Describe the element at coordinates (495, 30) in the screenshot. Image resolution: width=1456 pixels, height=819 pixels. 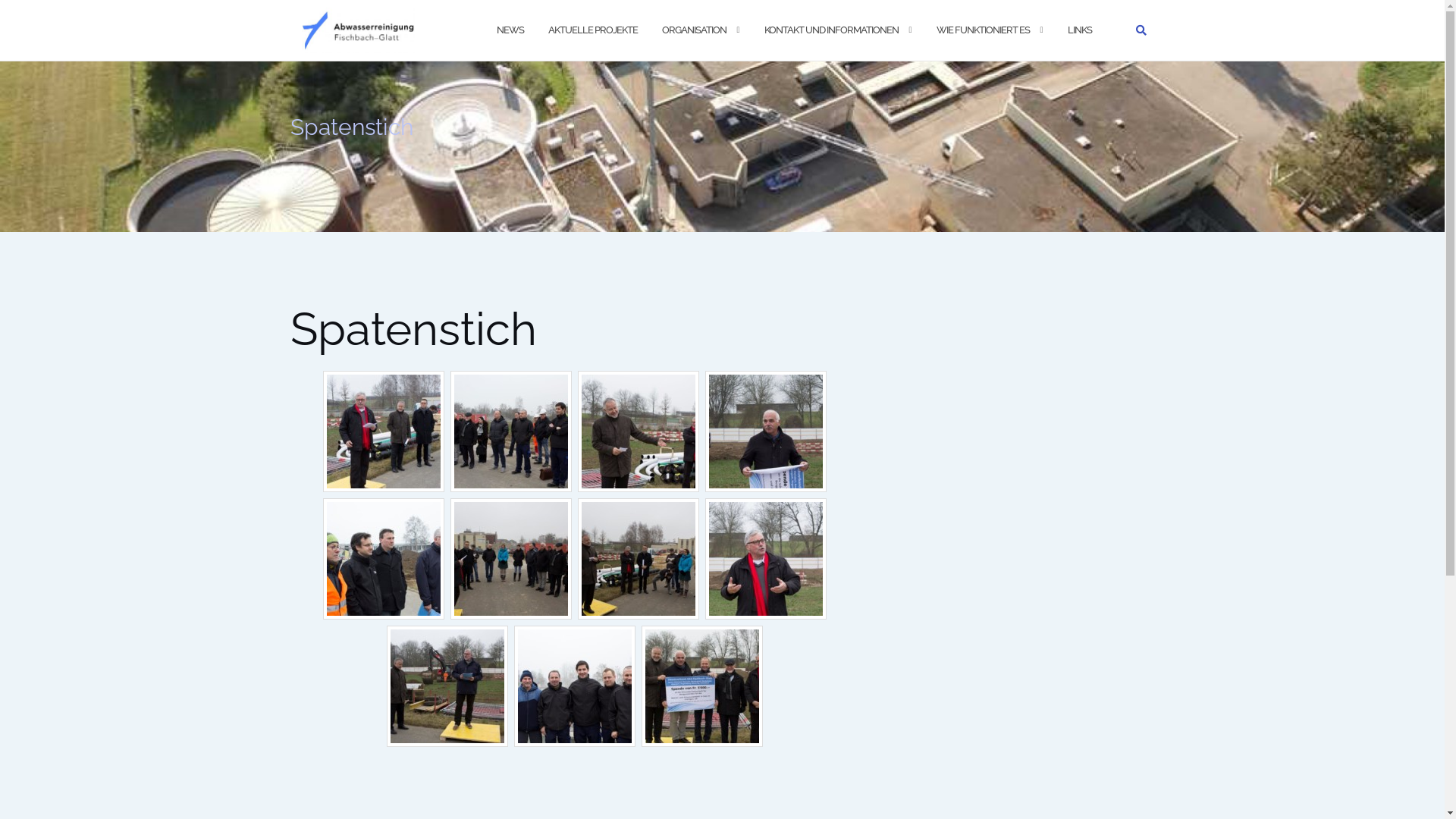
I see `'NEWS'` at that location.